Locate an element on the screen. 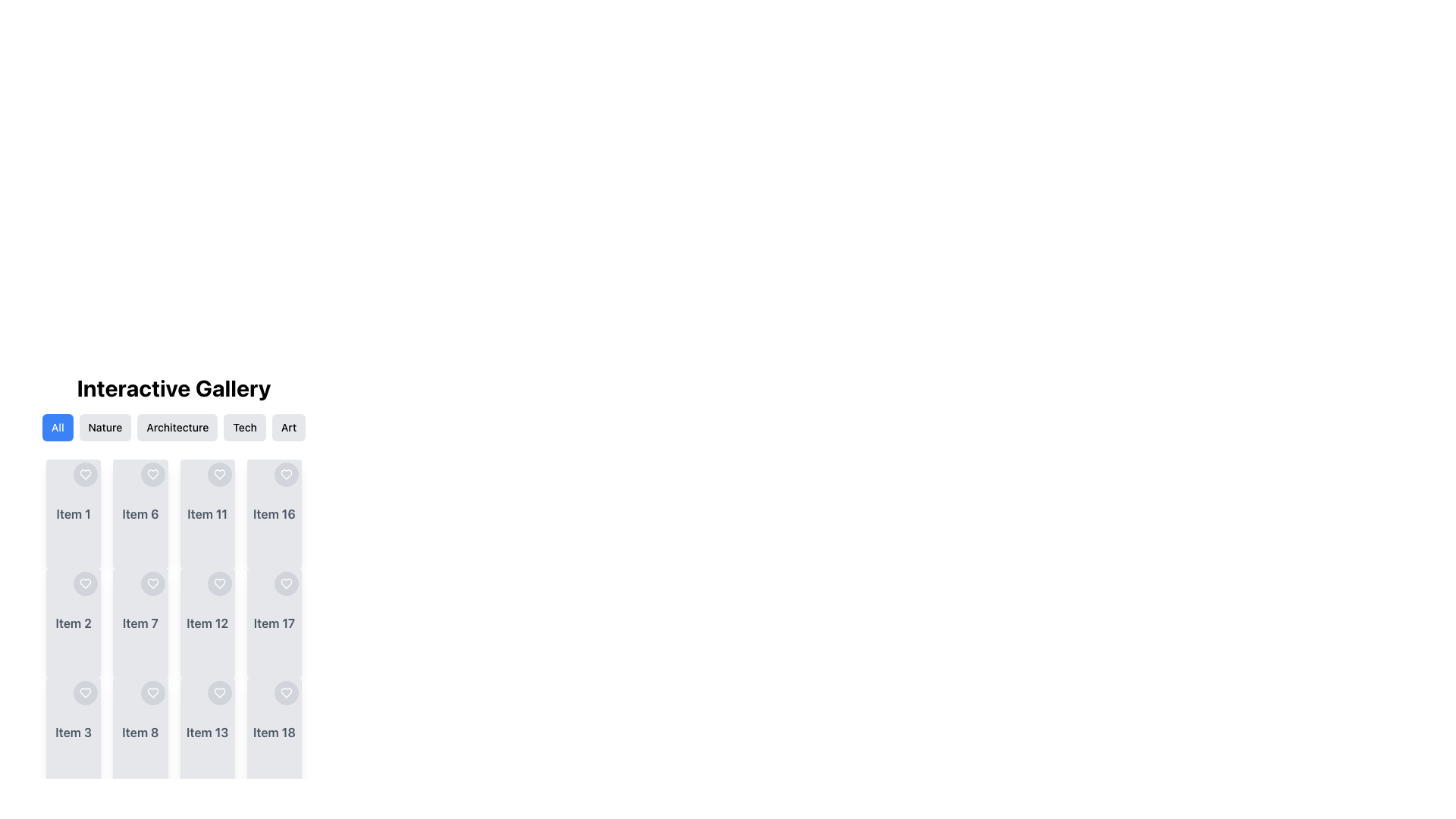  the text label in the second card of the second row under the 'Interactive Gallery' is located at coordinates (140, 513).